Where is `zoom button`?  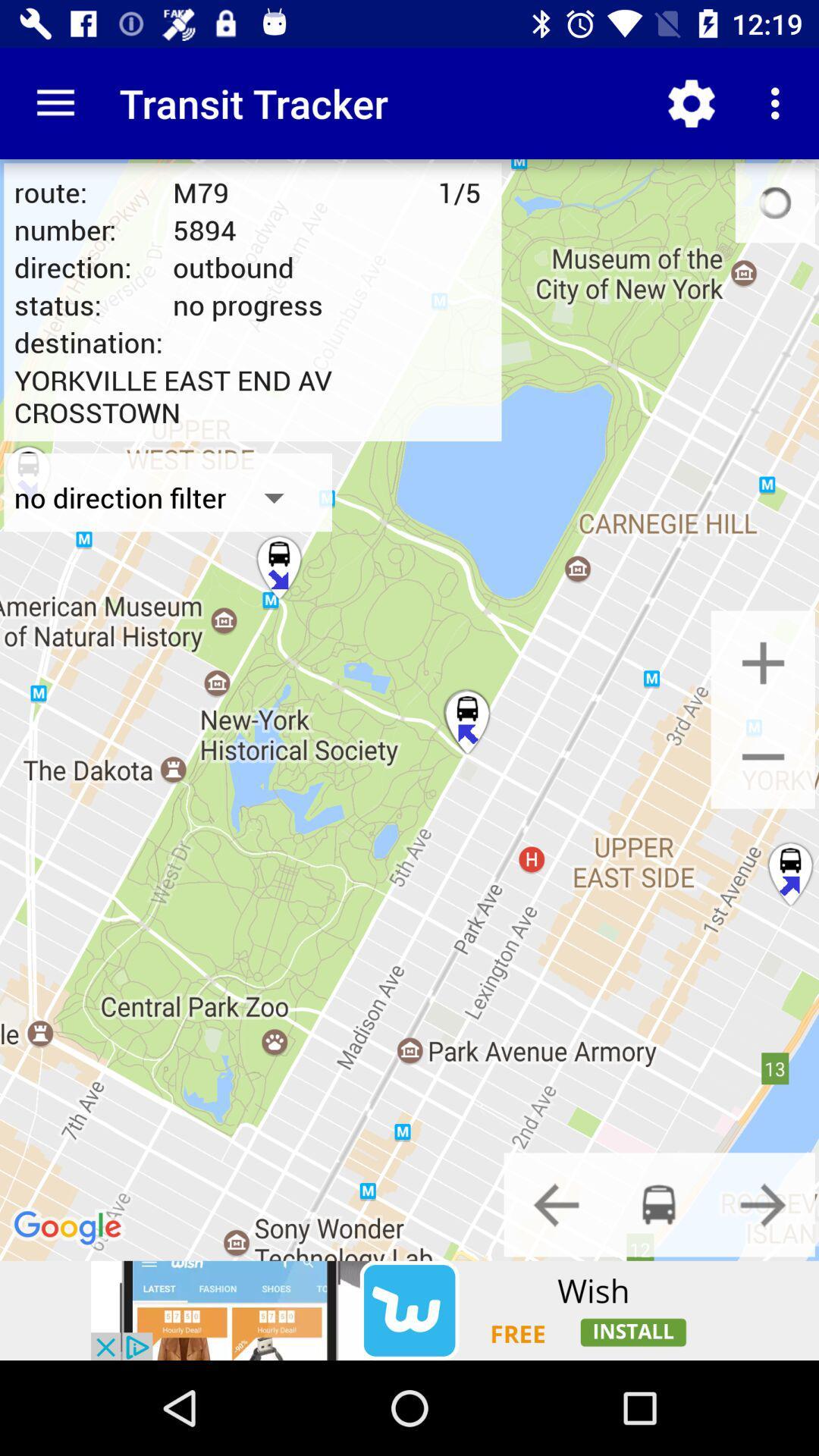
zoom button is located at coordinates (763, 663).